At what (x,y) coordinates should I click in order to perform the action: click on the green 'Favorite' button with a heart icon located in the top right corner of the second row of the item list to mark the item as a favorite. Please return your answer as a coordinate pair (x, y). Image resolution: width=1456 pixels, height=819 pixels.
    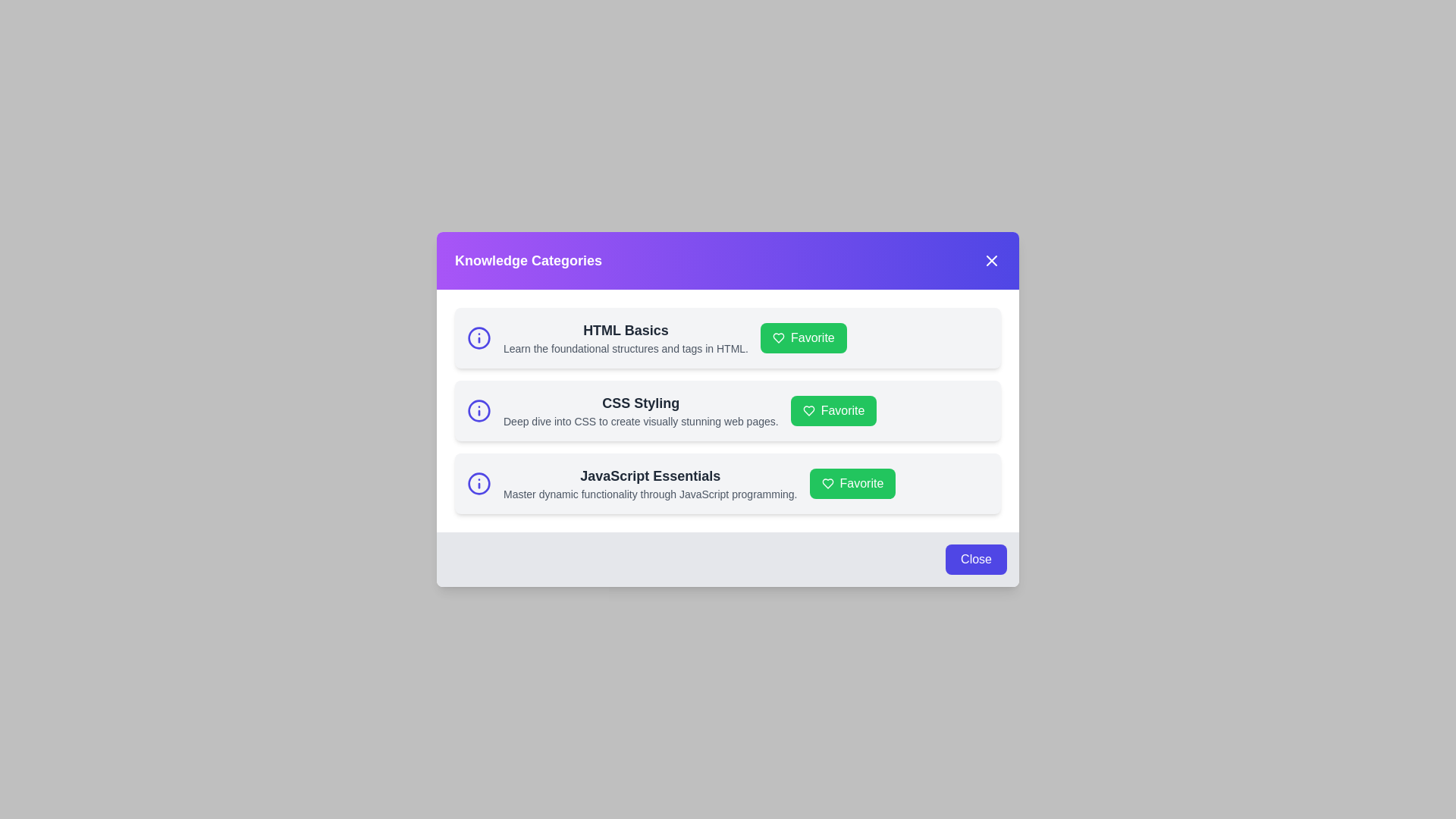
    Looking at the image, I should click on (833, 411).